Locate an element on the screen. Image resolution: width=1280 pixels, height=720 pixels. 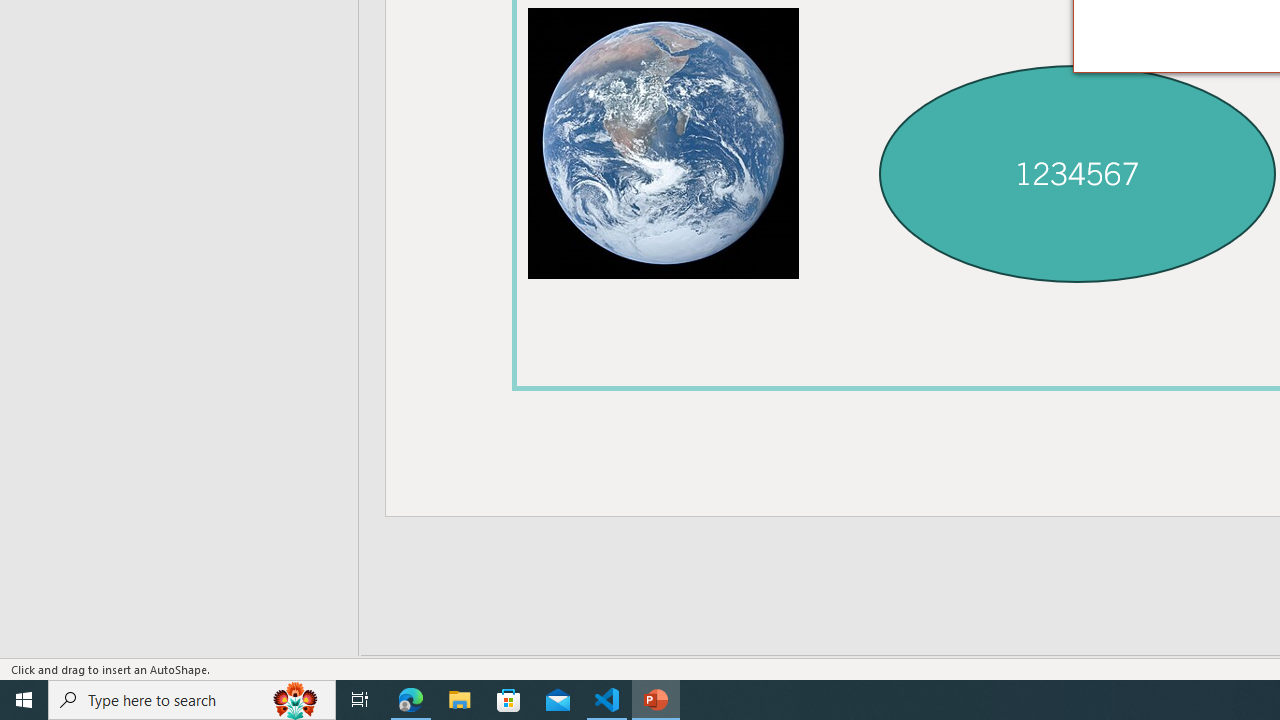
'Type here to search' is located at coordinates (192, 698).